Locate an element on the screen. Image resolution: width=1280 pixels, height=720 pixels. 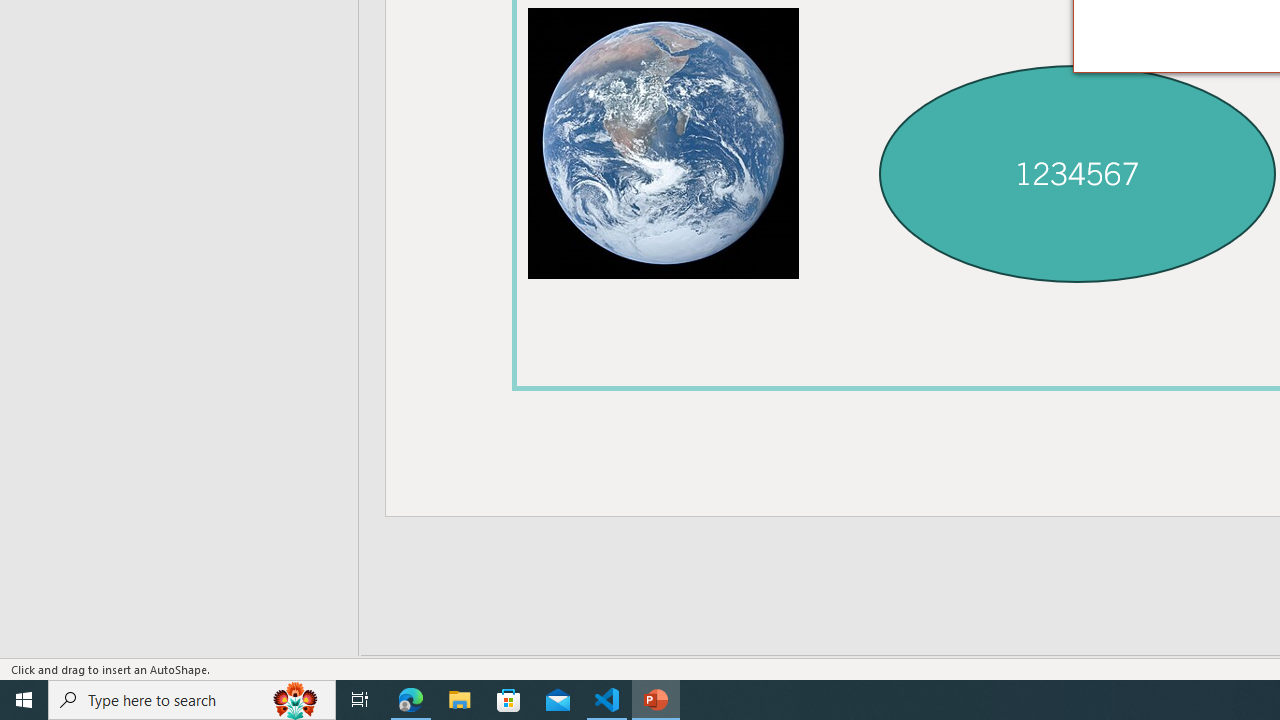
'Type here to search' is located at coordinates (192, 698).